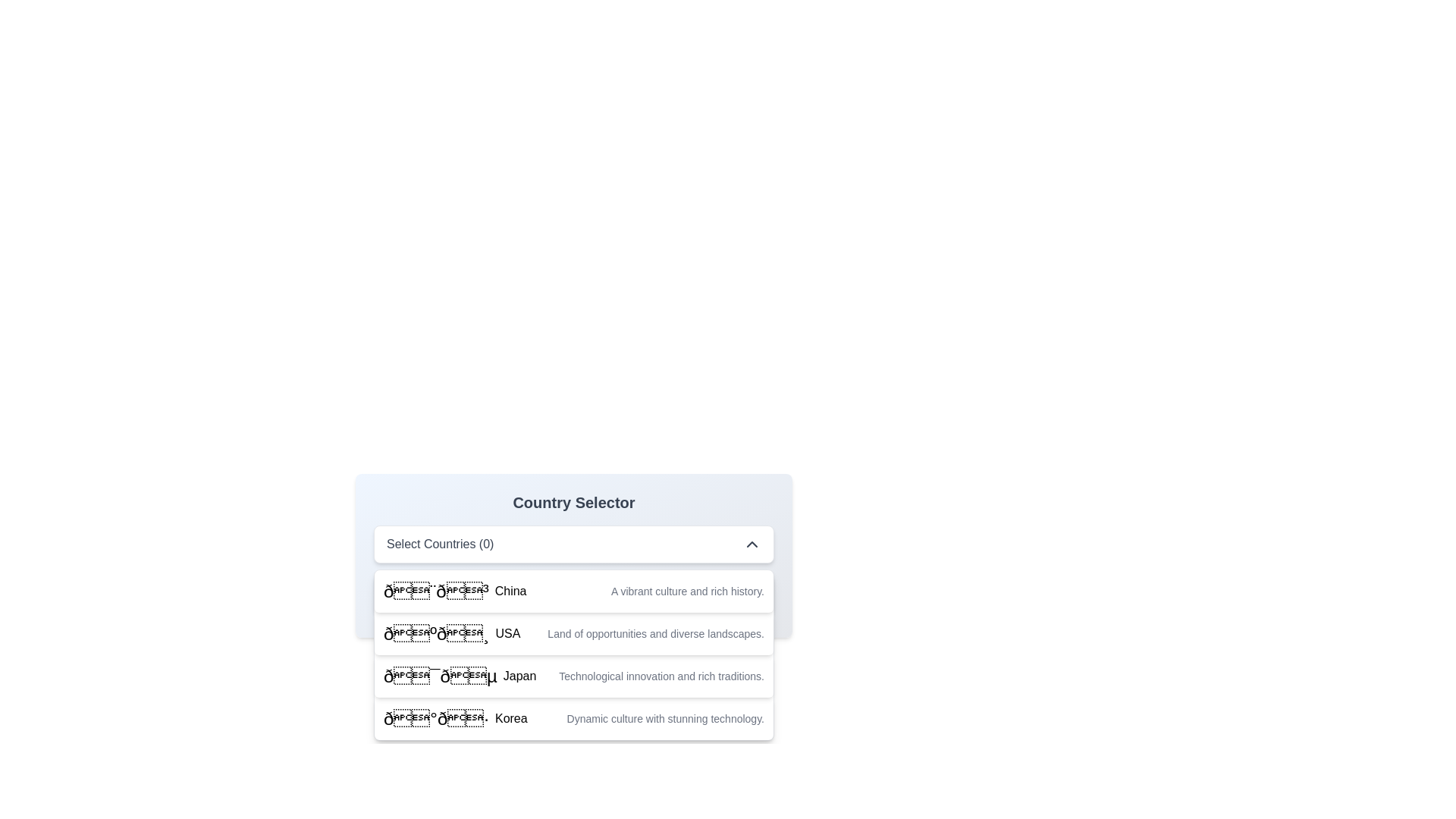 This screenshot has width=1456, height=819. I want to click on text 'Korea' and the flag symbol representing Korea from the last selectable entry in the dropdown menu, which consists of a flag on the left and the text on the right, so click(454, 718).